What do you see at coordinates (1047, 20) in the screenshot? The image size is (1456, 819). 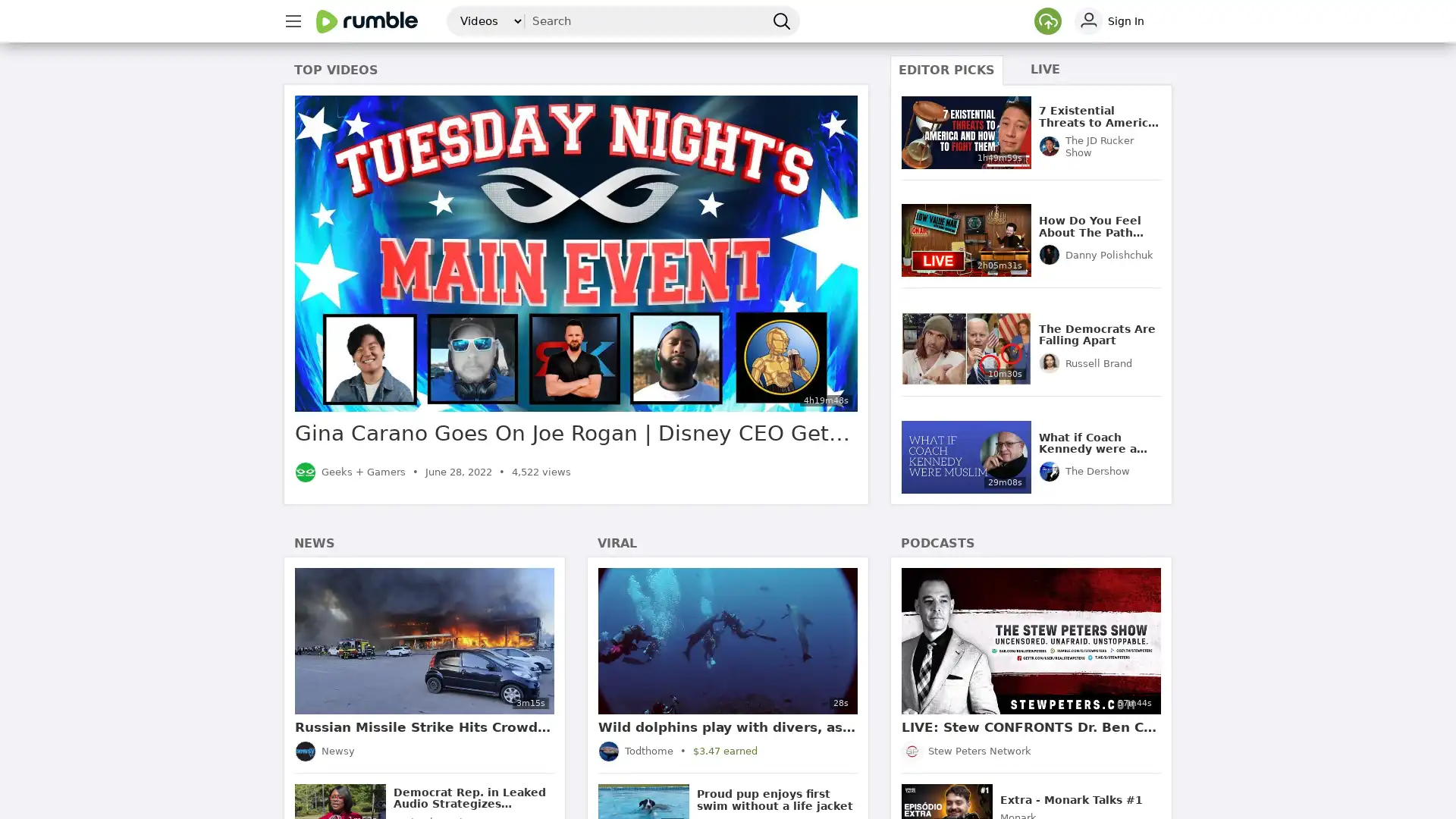 I see `Upload` at bounding box center [1047, 20].